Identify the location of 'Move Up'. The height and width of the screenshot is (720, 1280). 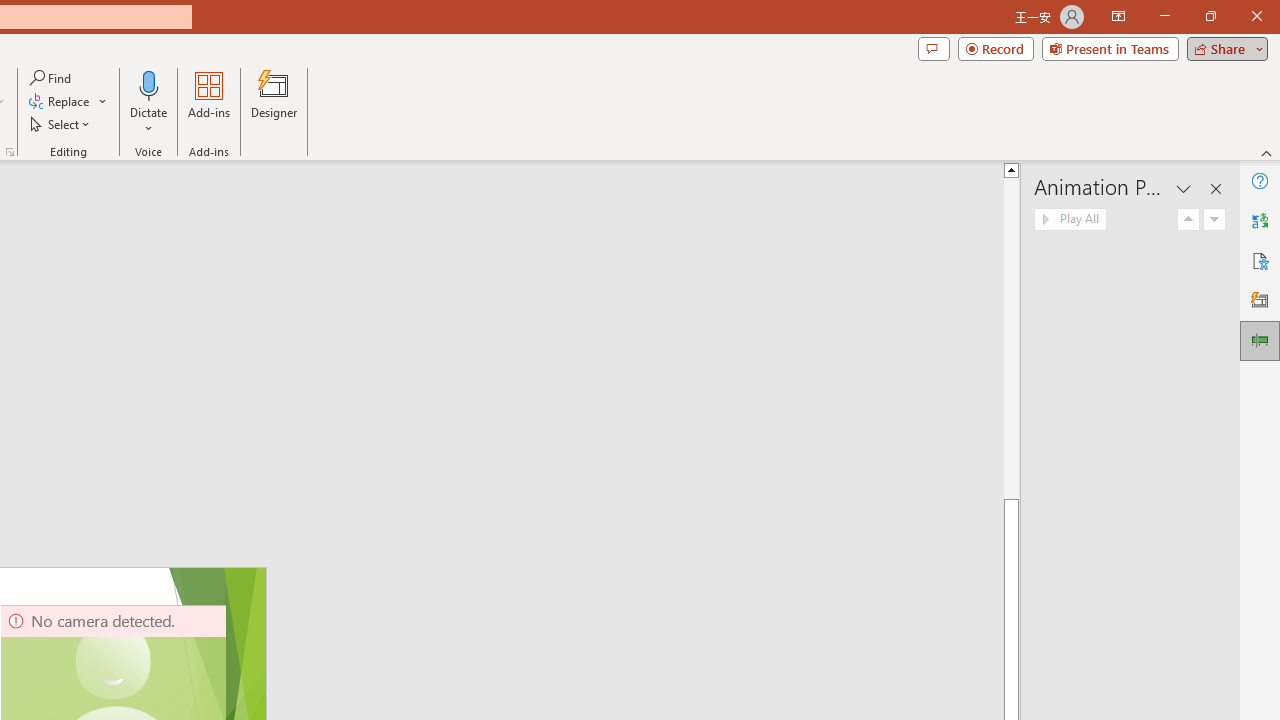
(1189, 219).